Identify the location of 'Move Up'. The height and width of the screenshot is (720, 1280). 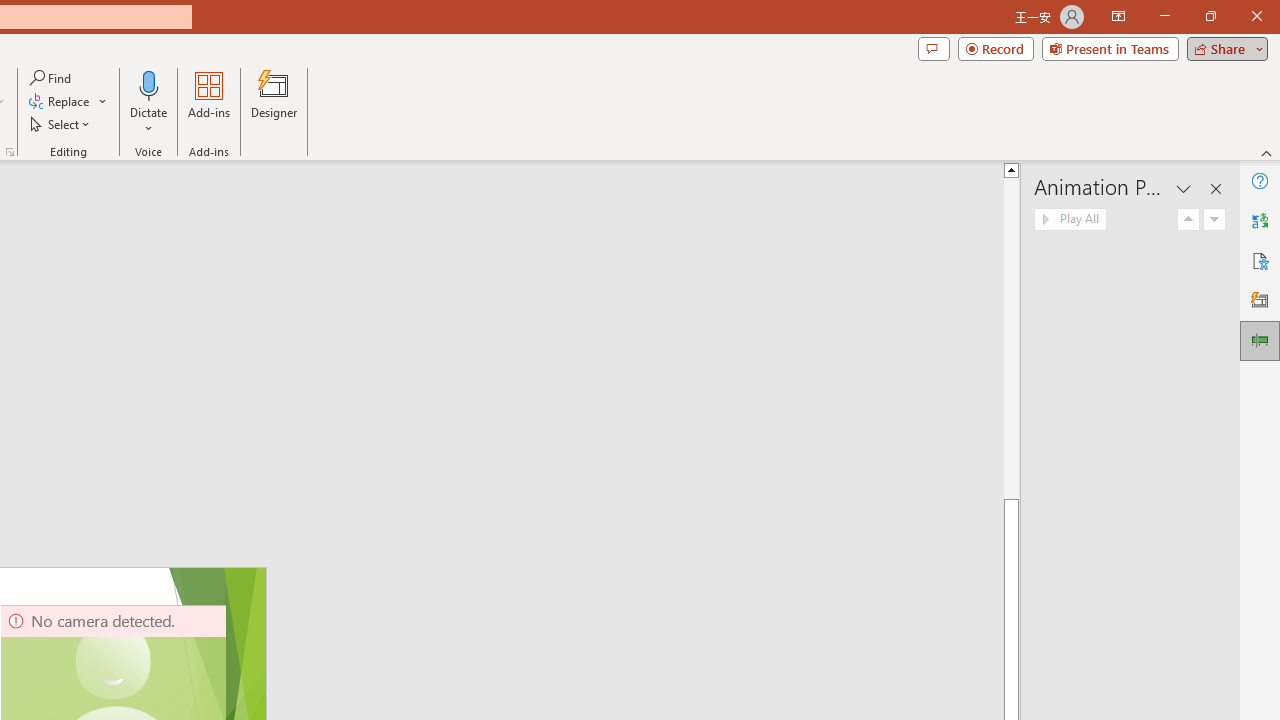
(1189, 219).